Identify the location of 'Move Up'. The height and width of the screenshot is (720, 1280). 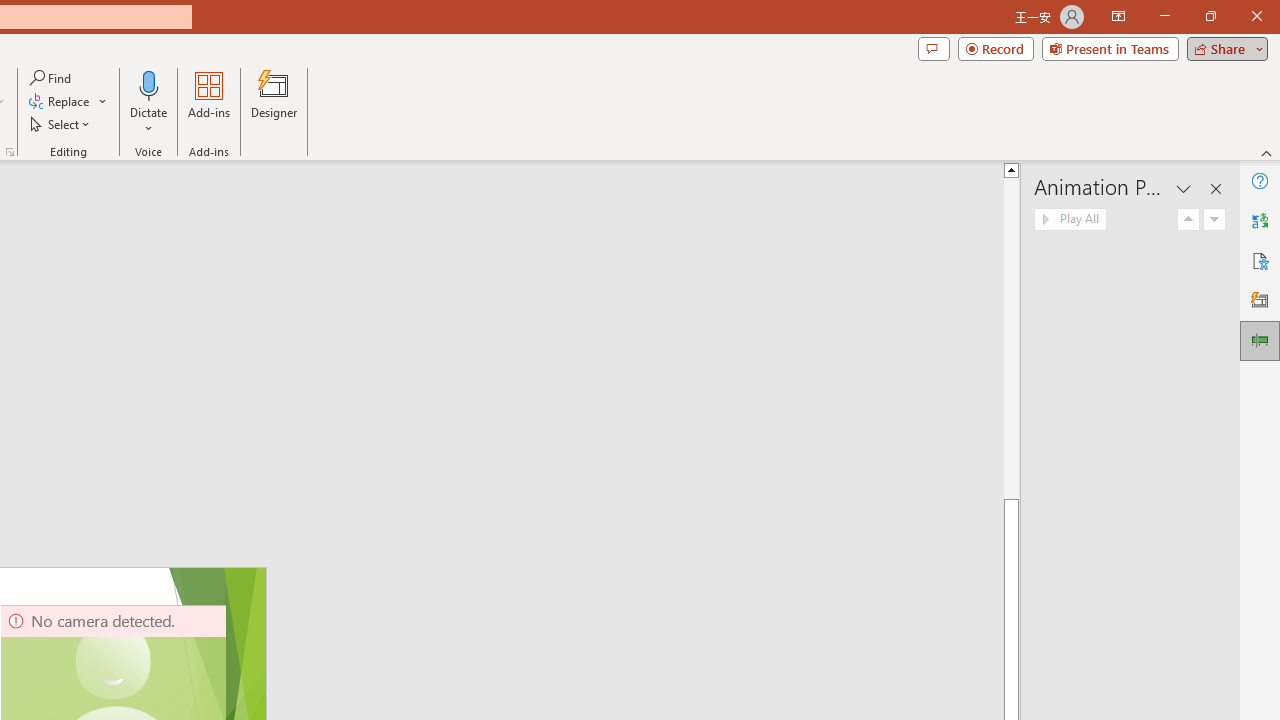
(1189, 219).